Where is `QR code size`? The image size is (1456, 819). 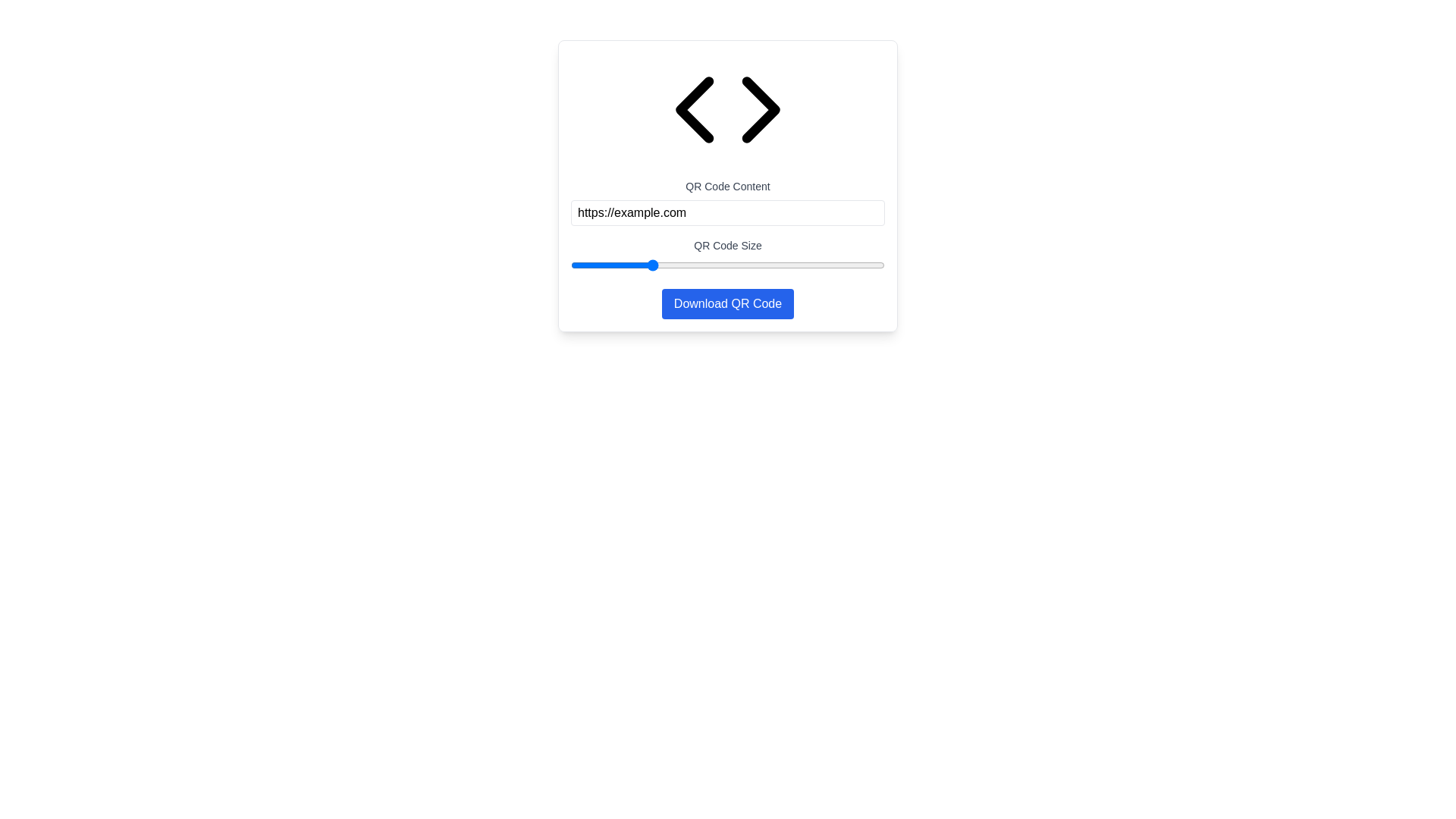 QR code size is located at coordinates (701, 265).